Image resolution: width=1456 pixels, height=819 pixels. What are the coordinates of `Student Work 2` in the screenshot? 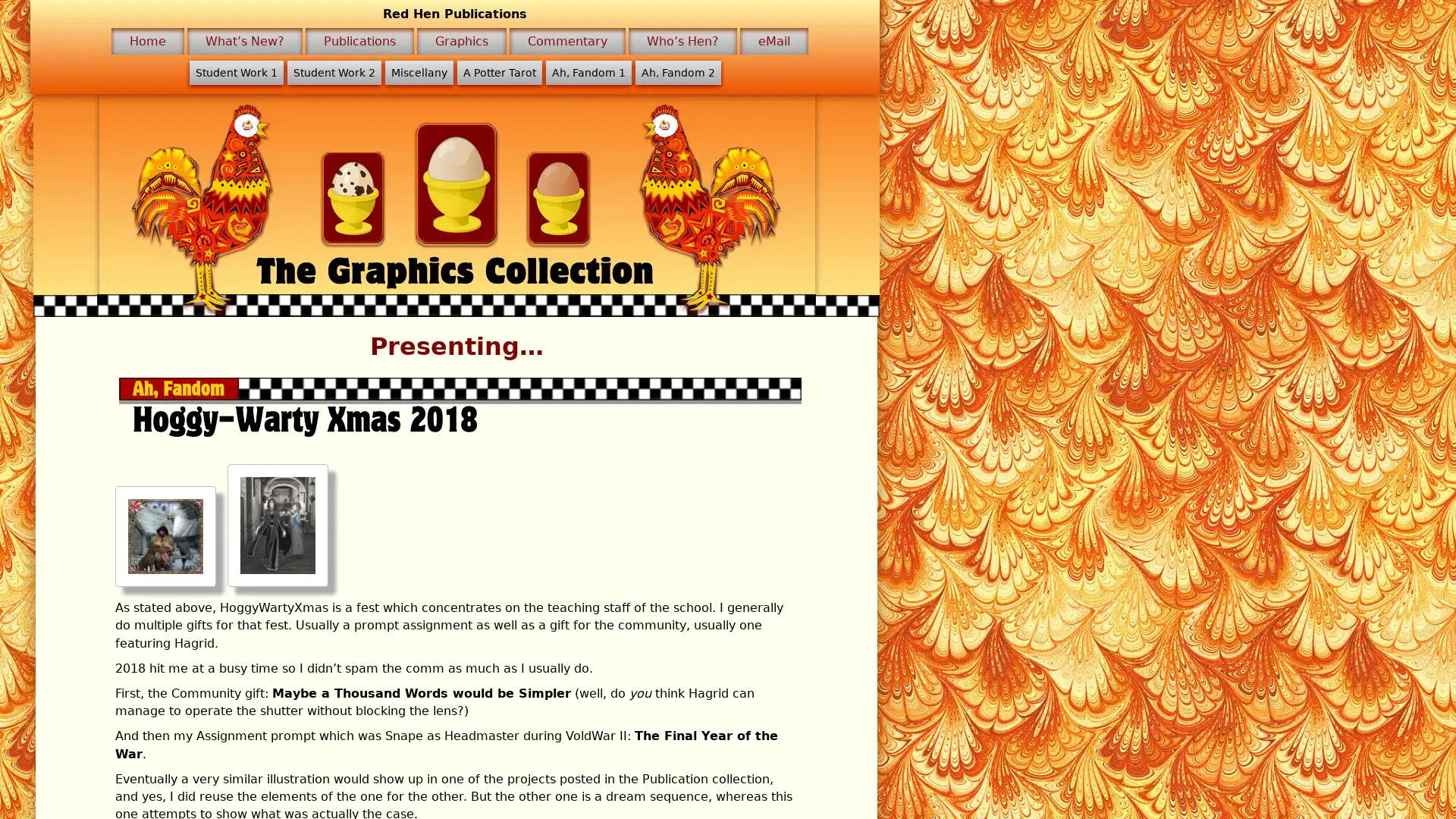 It's located at (333, 73).